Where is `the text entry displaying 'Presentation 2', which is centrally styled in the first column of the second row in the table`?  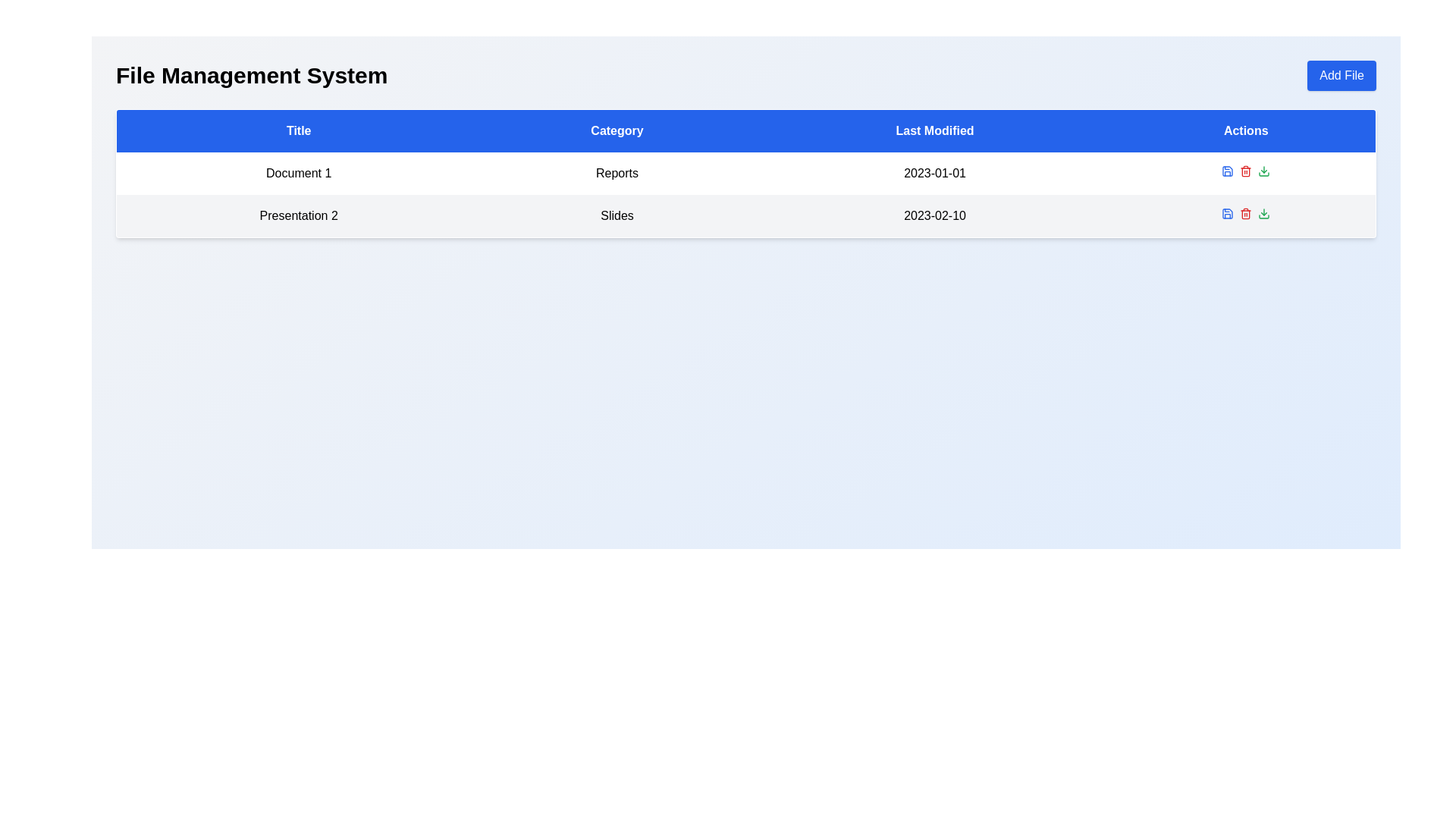
the text entry displaying 'Presentation 2', which is centrally styled in the first column of the second row in the table is located at coordinates (298, 216).